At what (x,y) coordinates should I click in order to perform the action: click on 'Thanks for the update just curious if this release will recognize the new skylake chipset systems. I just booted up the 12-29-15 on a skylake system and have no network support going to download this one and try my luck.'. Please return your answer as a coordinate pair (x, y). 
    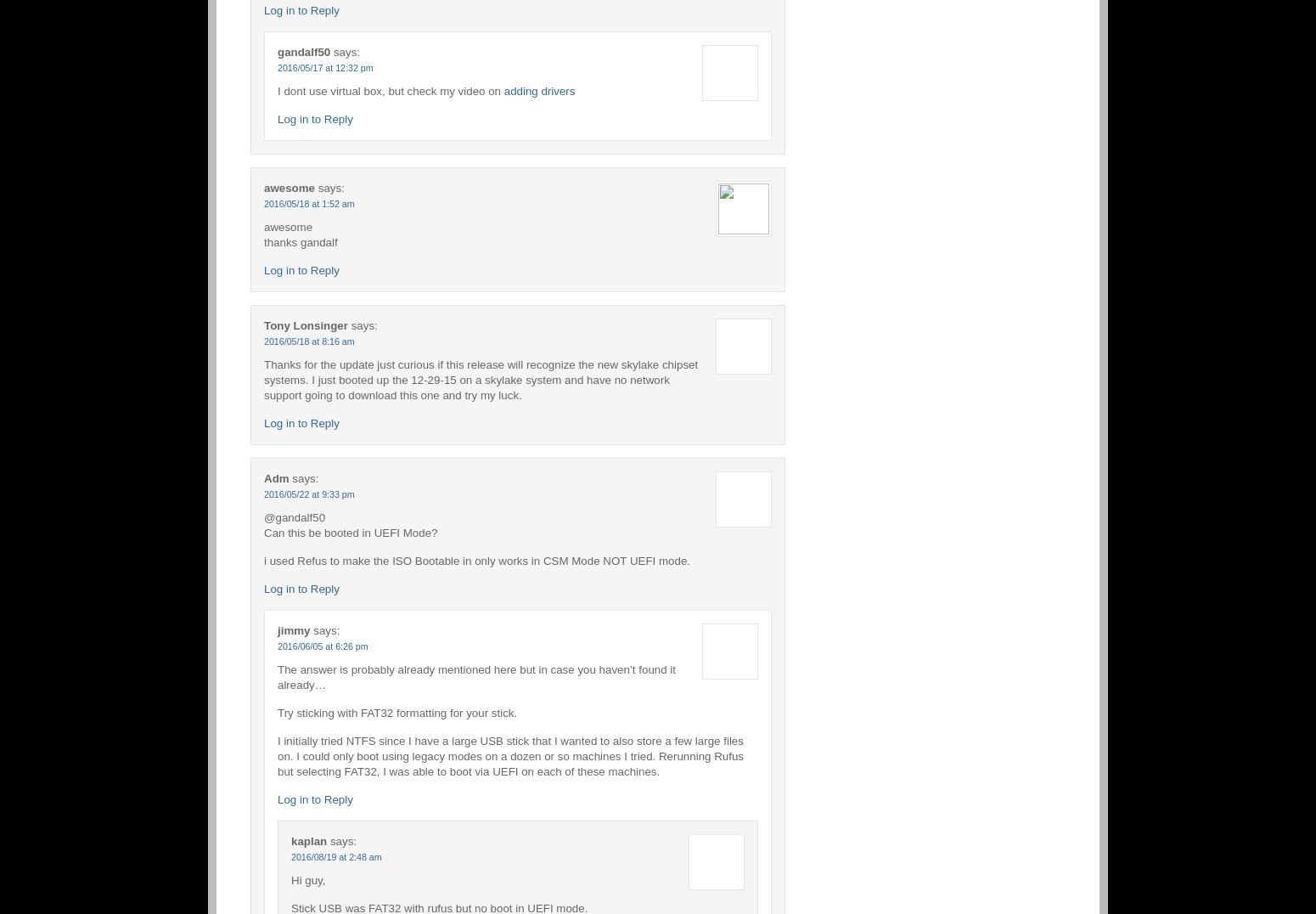
    Looking at the image, I should click on (481, 379).